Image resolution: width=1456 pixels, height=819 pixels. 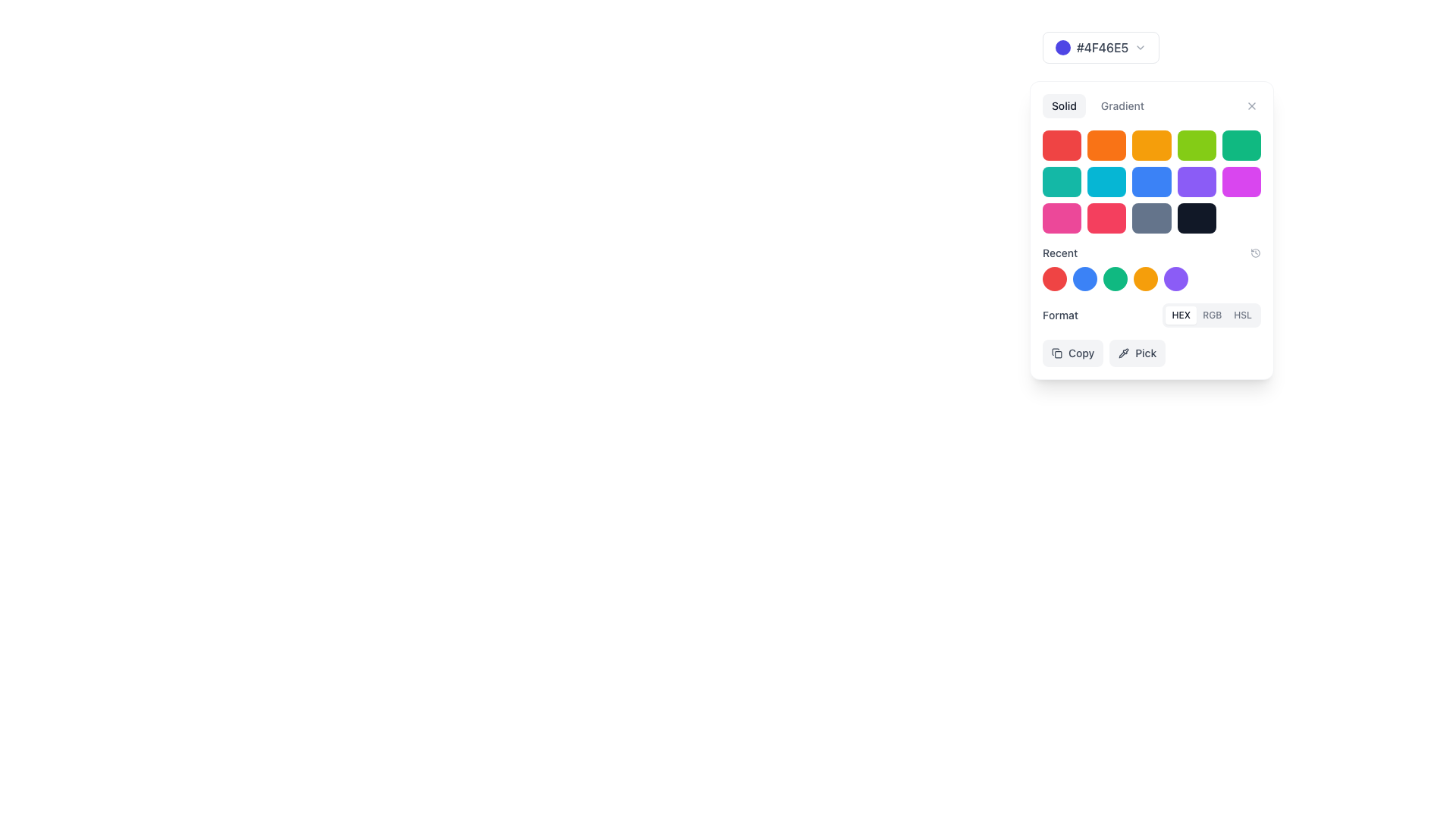 What do you see at coordinates (1196, 146) in the screenshot?
I see `the fourth button in the top row of a 5-column grid layout, which is a rectangular button with rounded corners and a vibrant green fill color` at bounding box center [1196, 146].